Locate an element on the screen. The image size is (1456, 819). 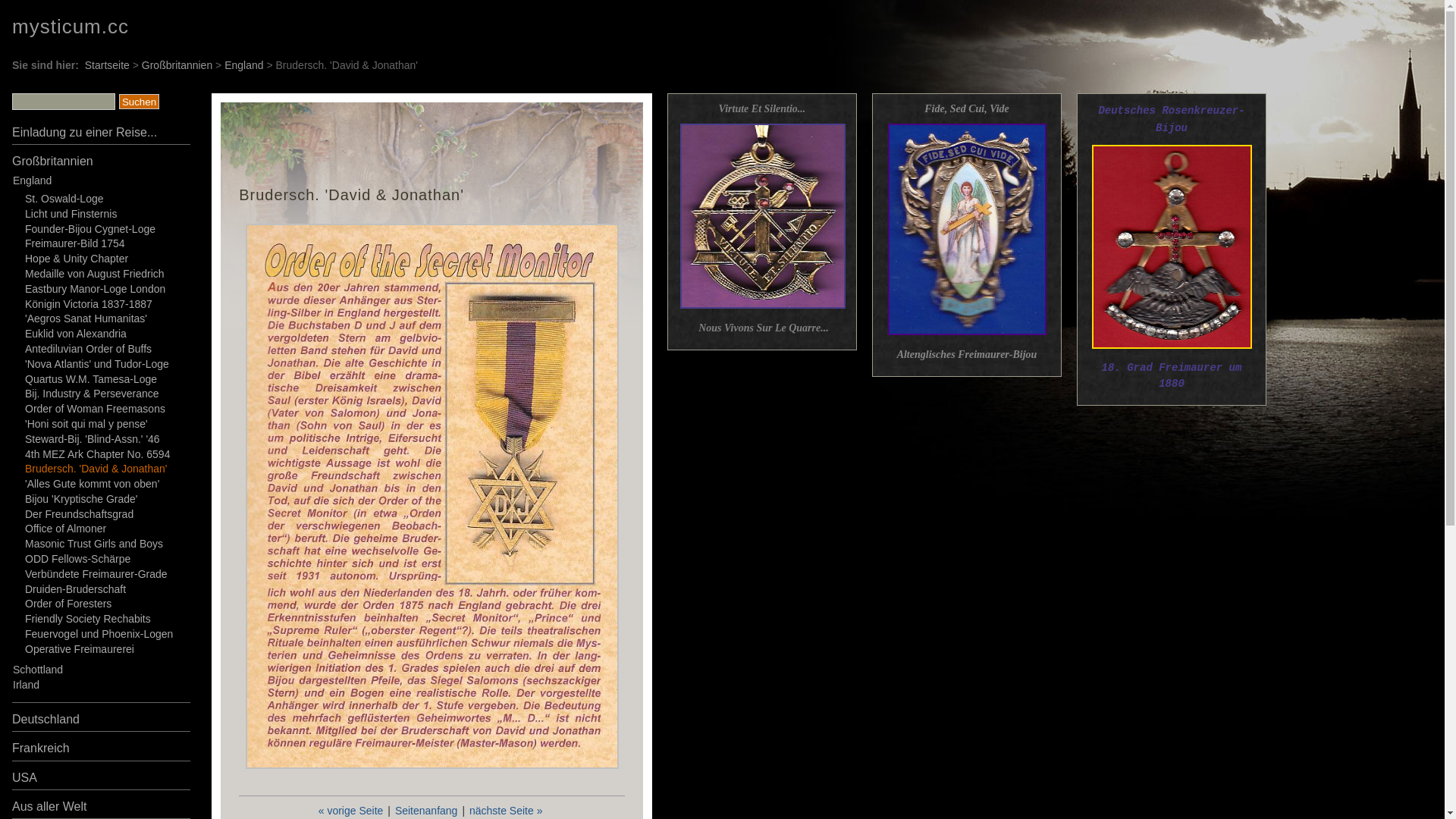
'Steward-Bij. 'Blind-Assn.' '46' is located at coordinates (25, 438).